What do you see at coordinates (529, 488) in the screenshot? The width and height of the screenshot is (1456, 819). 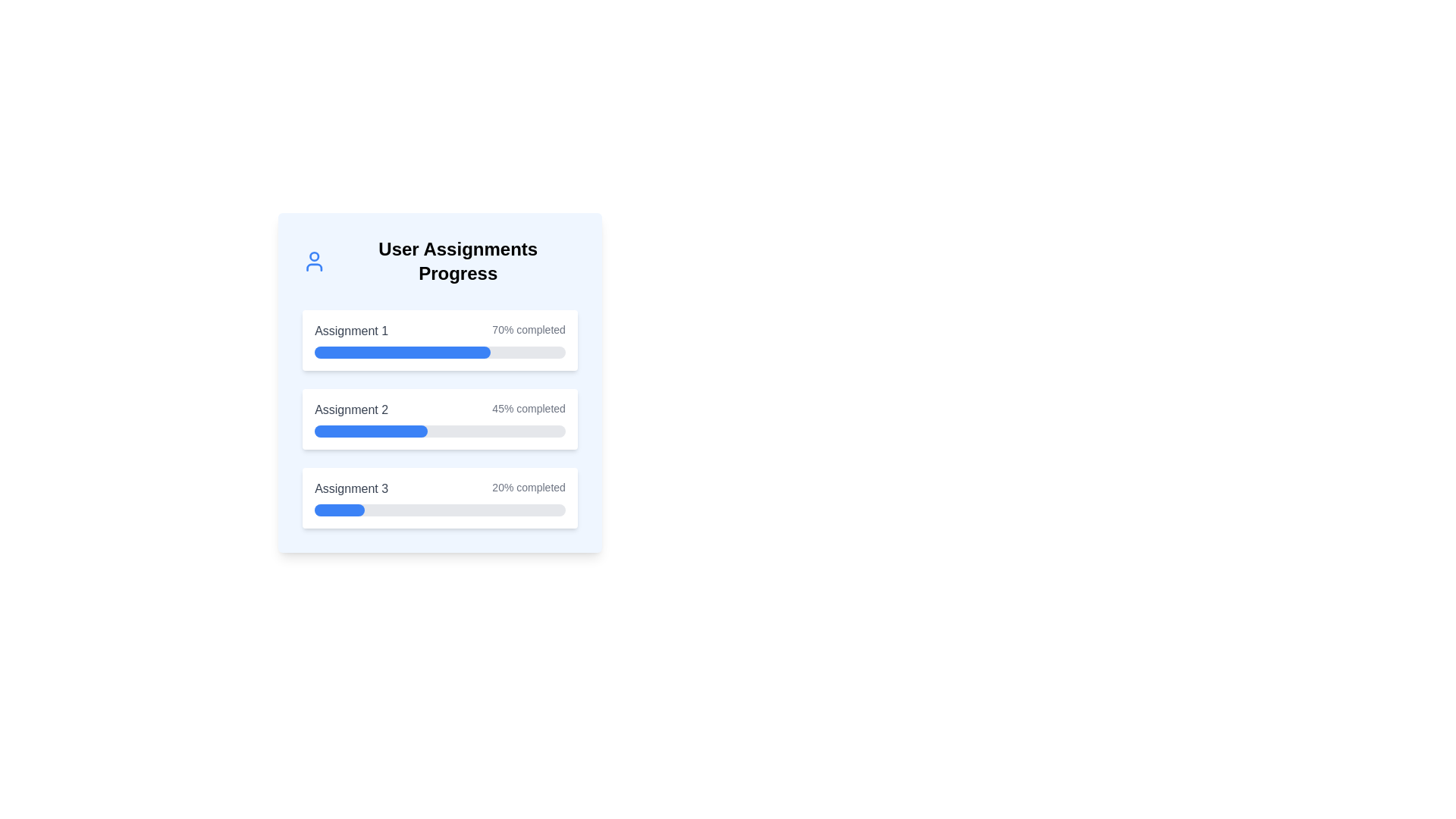 I see `the static text label displaying '20% completed', which is styled in light gray and positioned to the right of the 'Assignment 3' label within the progress section of the third card under 'User Assignments Progress'` at bounding box center [529, 488].